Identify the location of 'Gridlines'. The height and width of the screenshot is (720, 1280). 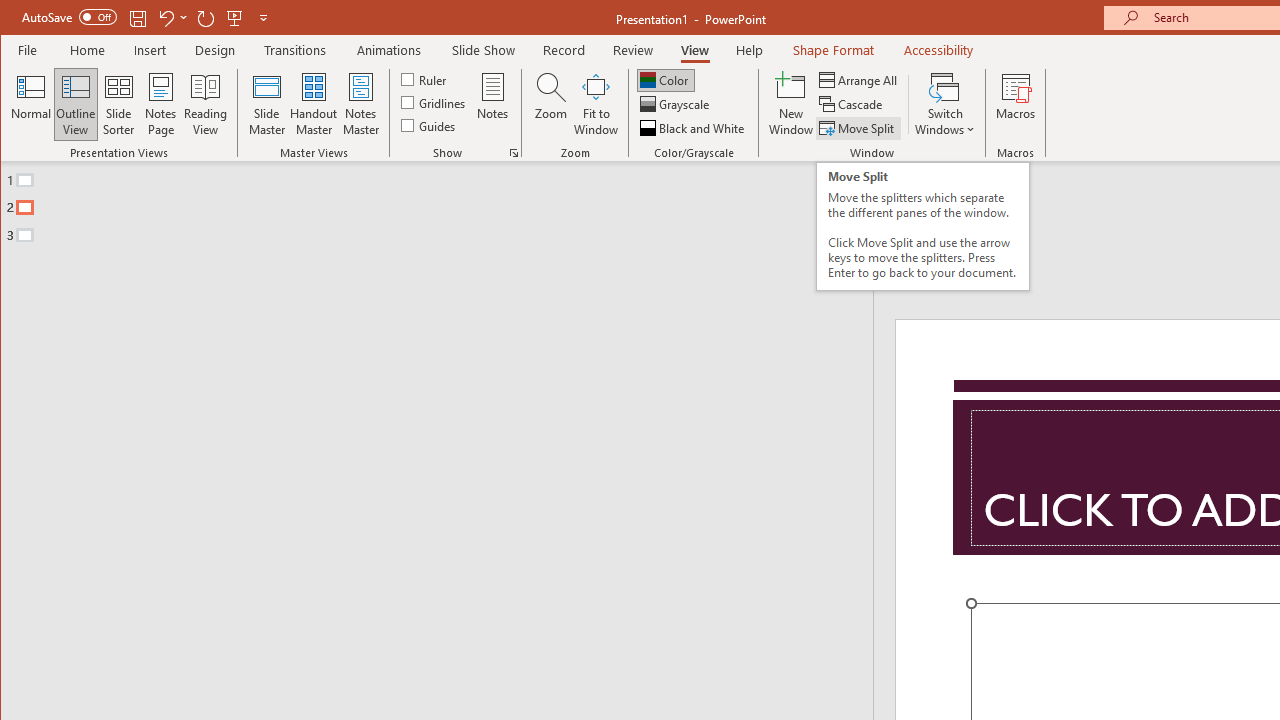
(434, 102).